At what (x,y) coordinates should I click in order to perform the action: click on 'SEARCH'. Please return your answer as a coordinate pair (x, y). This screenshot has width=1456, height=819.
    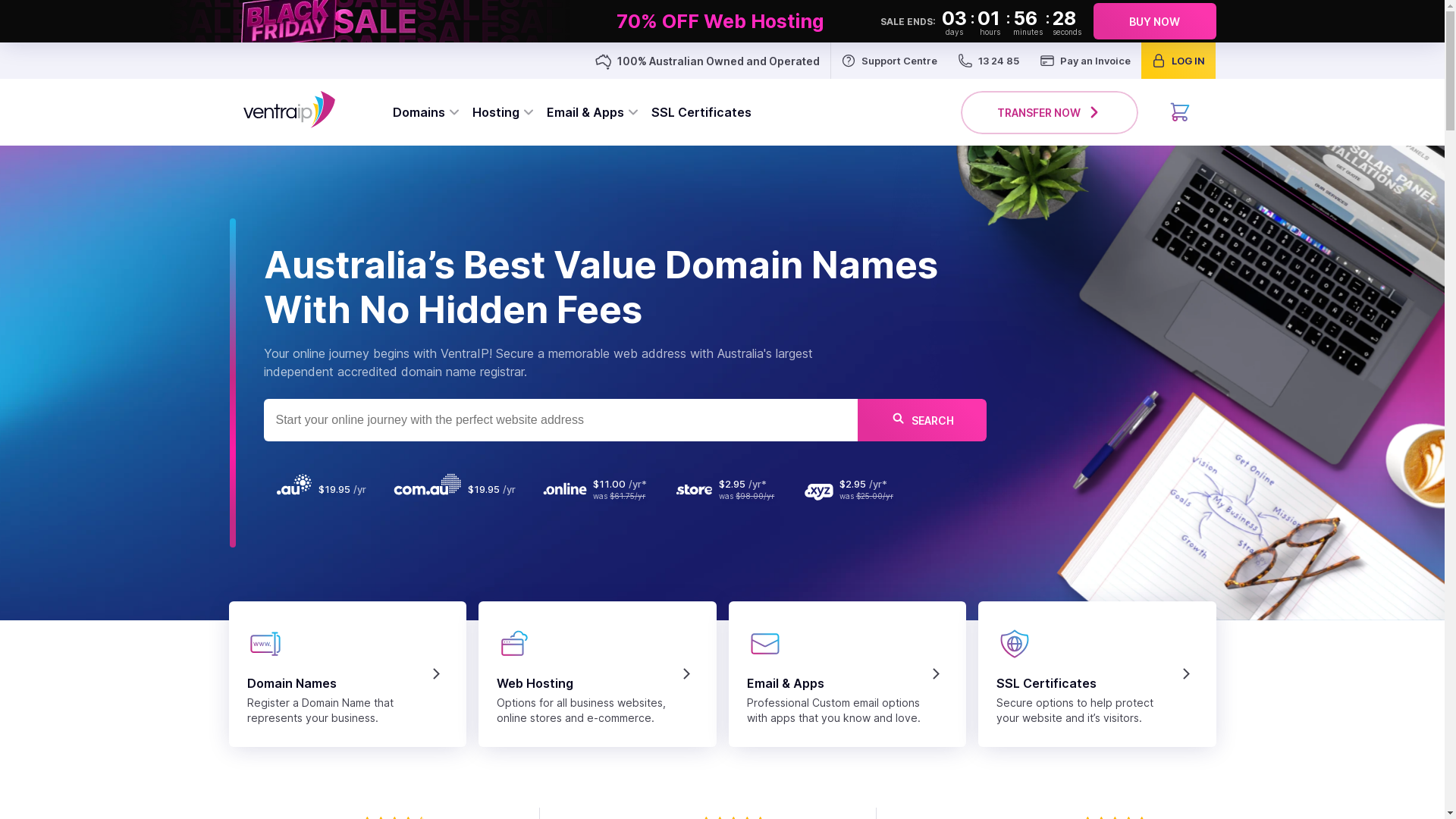
    Looking at the image, I should click on (920, 420).